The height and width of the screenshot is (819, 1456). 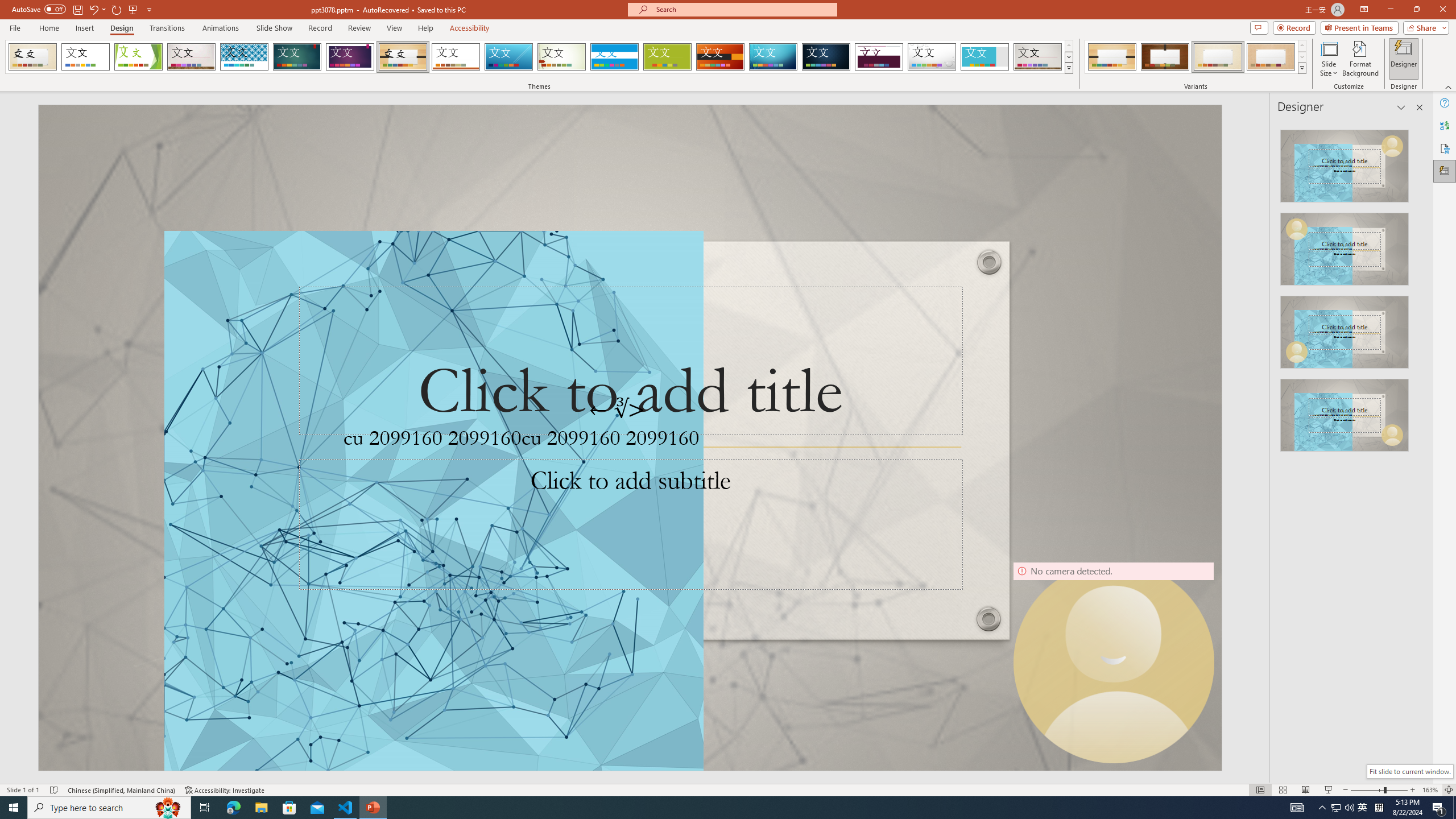 What do you see at coordinates (1401, 107) in the screenshot?
I see `'Task Pane Options'` at bounding box center [1401, 107].